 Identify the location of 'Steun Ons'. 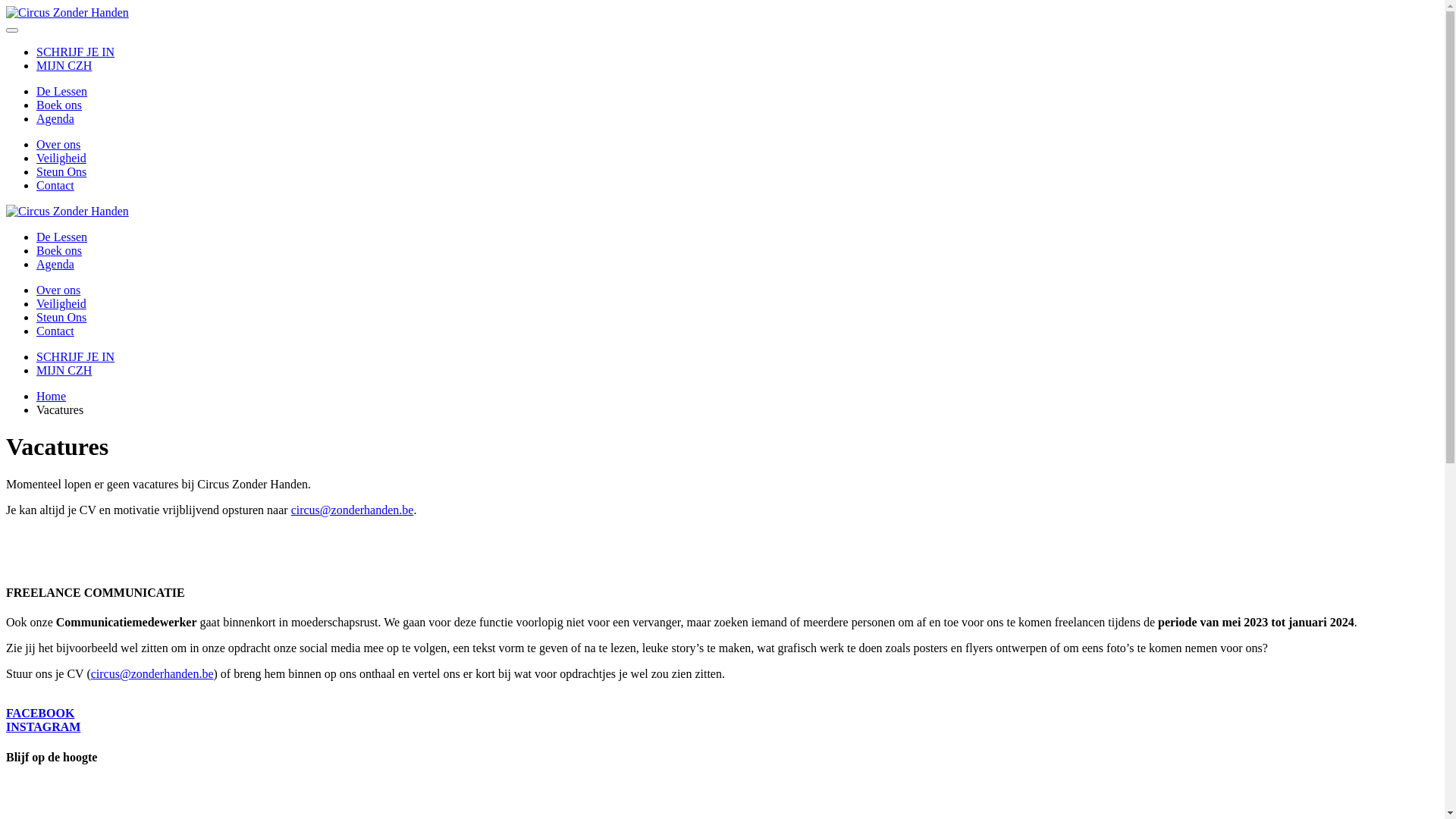
(36, 171).